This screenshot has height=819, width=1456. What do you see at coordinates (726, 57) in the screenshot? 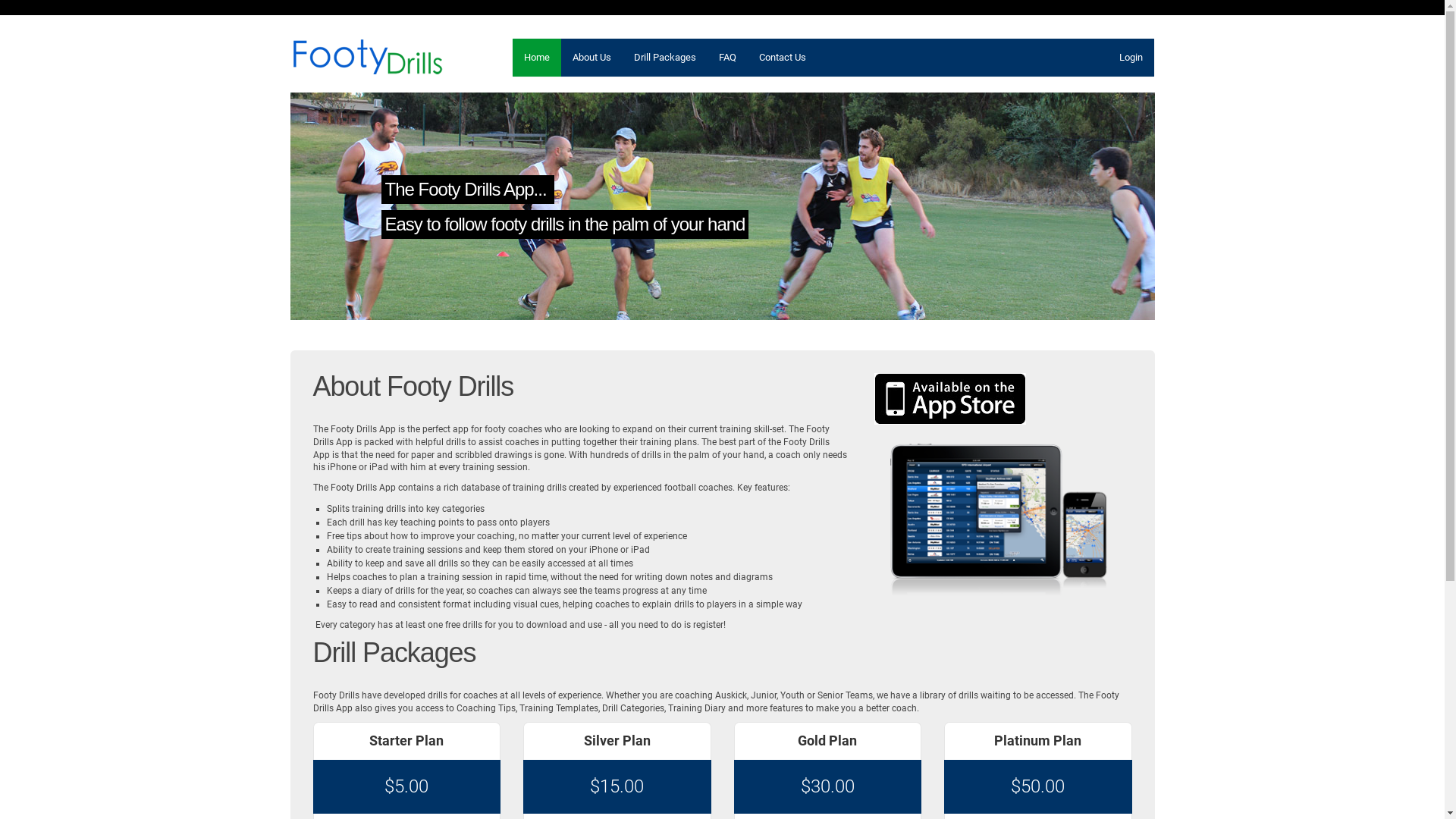
I see `'FAQ'` at bounding box center [726, 57].